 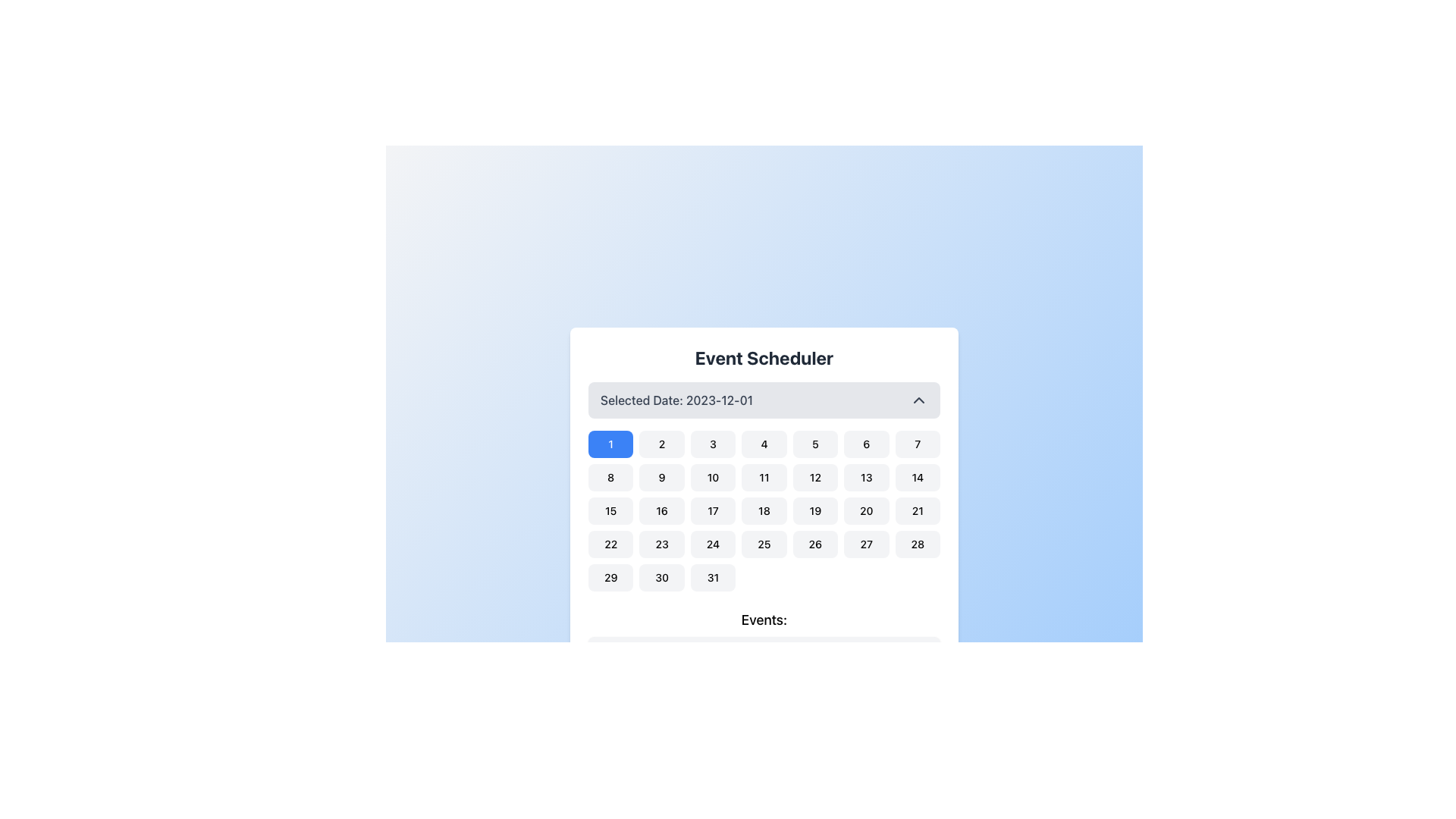 I want to click on the calendar day button for the date '16', so click(x=662, y=511).